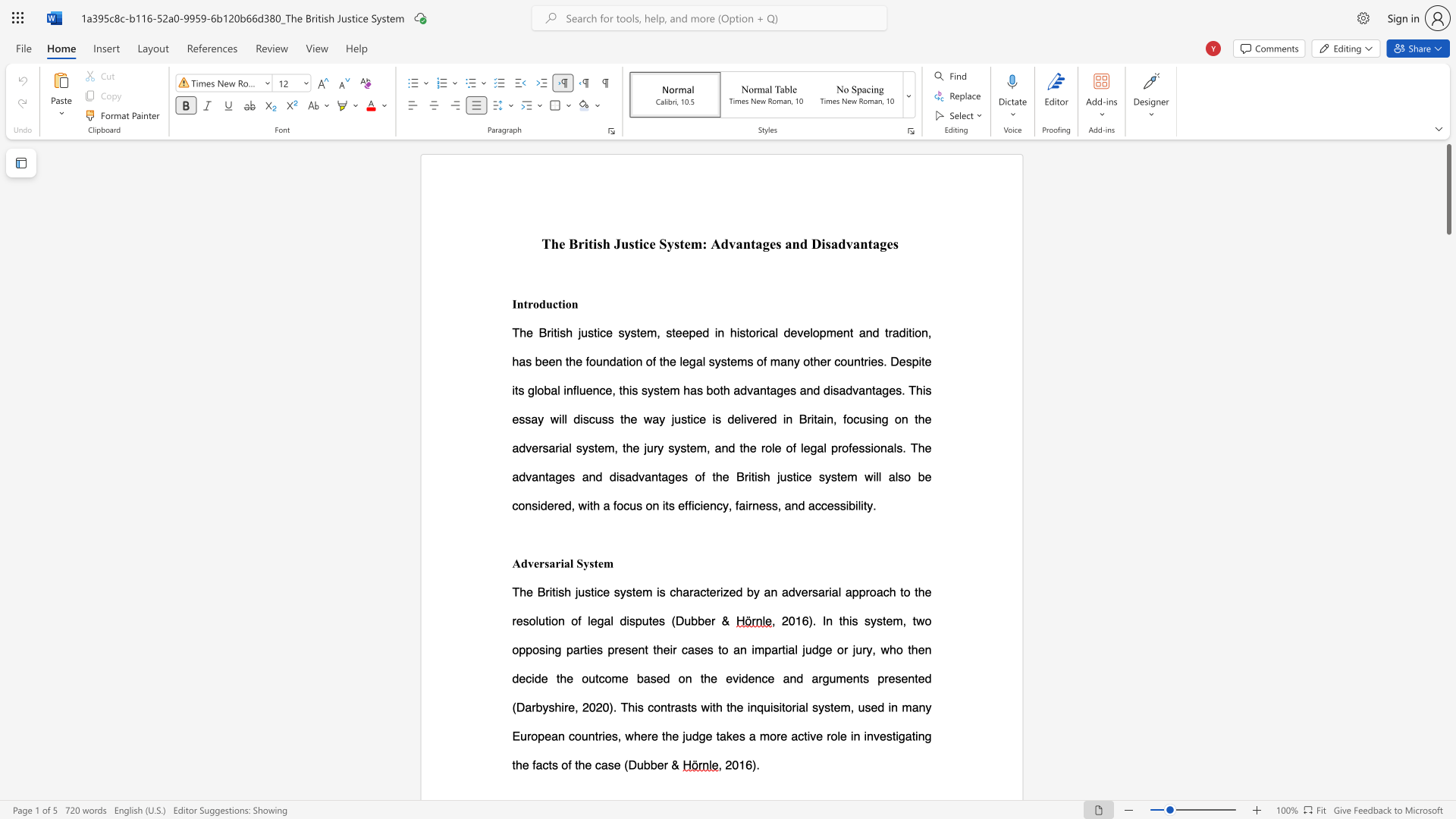  I want to click on the 3th character "m" in the text, so click(764, 735).